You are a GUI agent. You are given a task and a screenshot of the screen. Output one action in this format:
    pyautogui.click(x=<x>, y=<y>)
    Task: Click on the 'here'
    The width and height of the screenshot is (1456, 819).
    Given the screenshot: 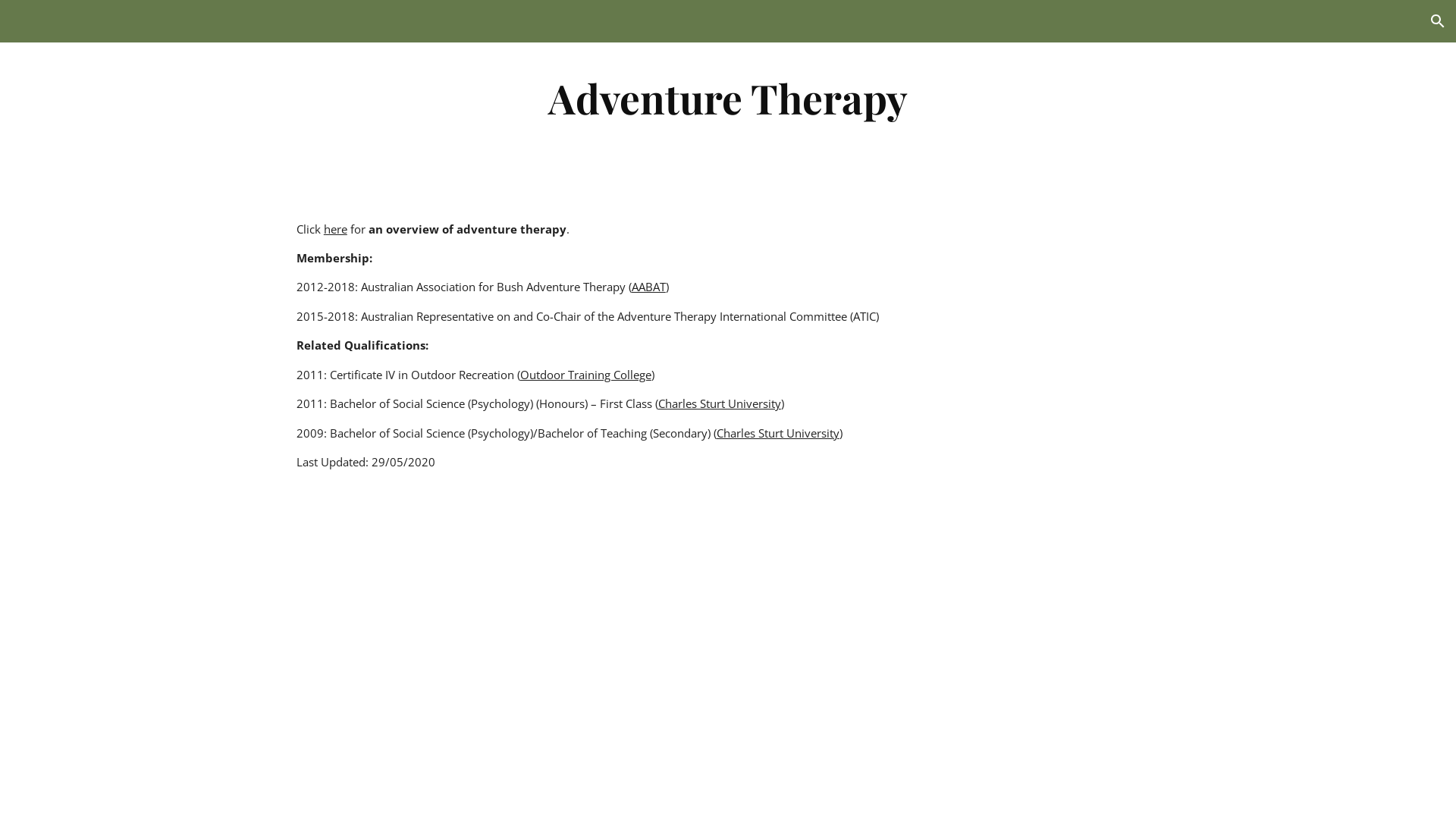 What is the action you would take?
    pyautogui.click(x=334, y=228)
    